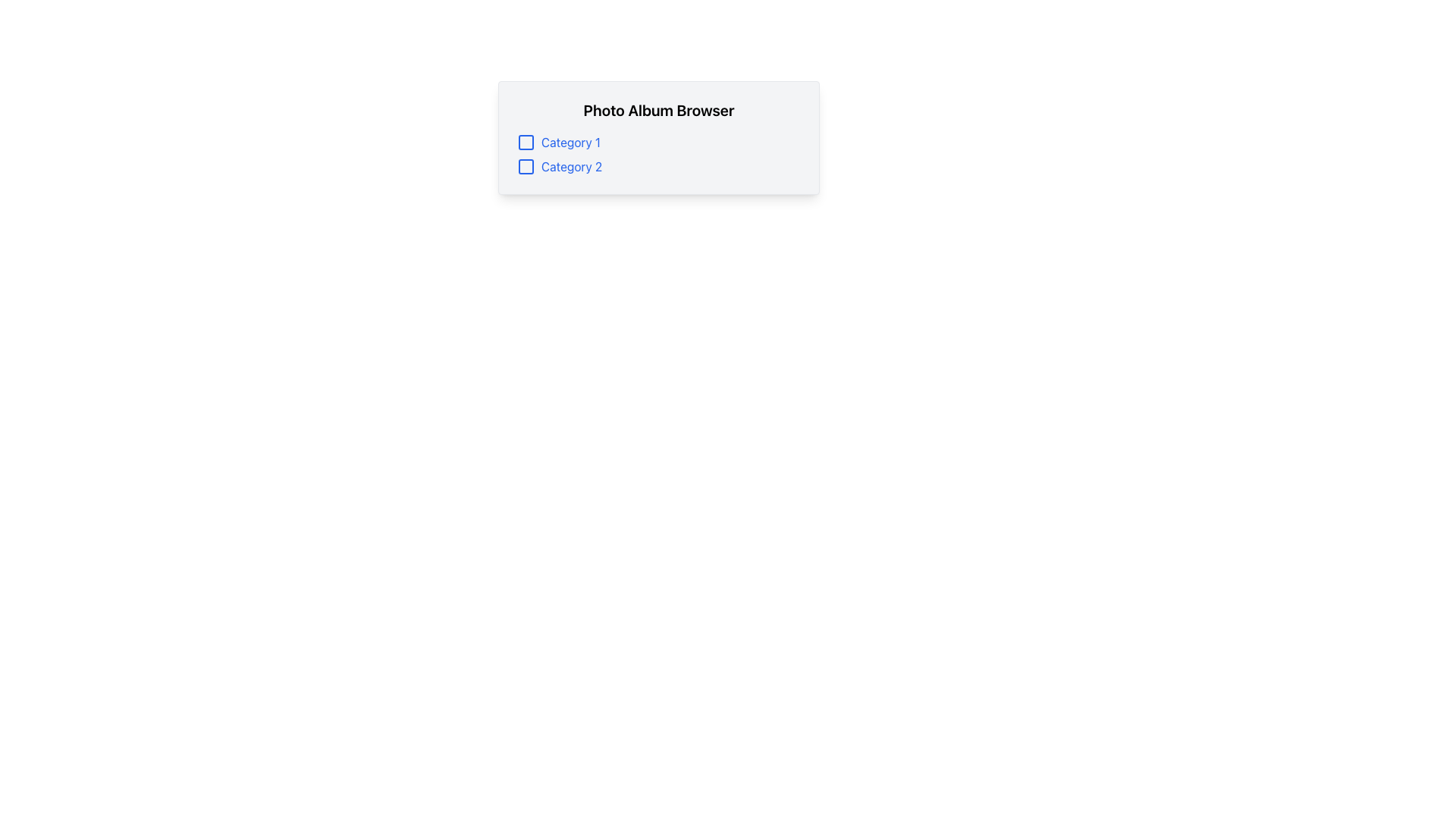 The width and height of the screenshot is (1456, 819). I want to click on the interactive checkbox for 'Category 1' located next to its label in the top-left section of the dialog box beneath 'Photo Album Browser', so click(526, 143).